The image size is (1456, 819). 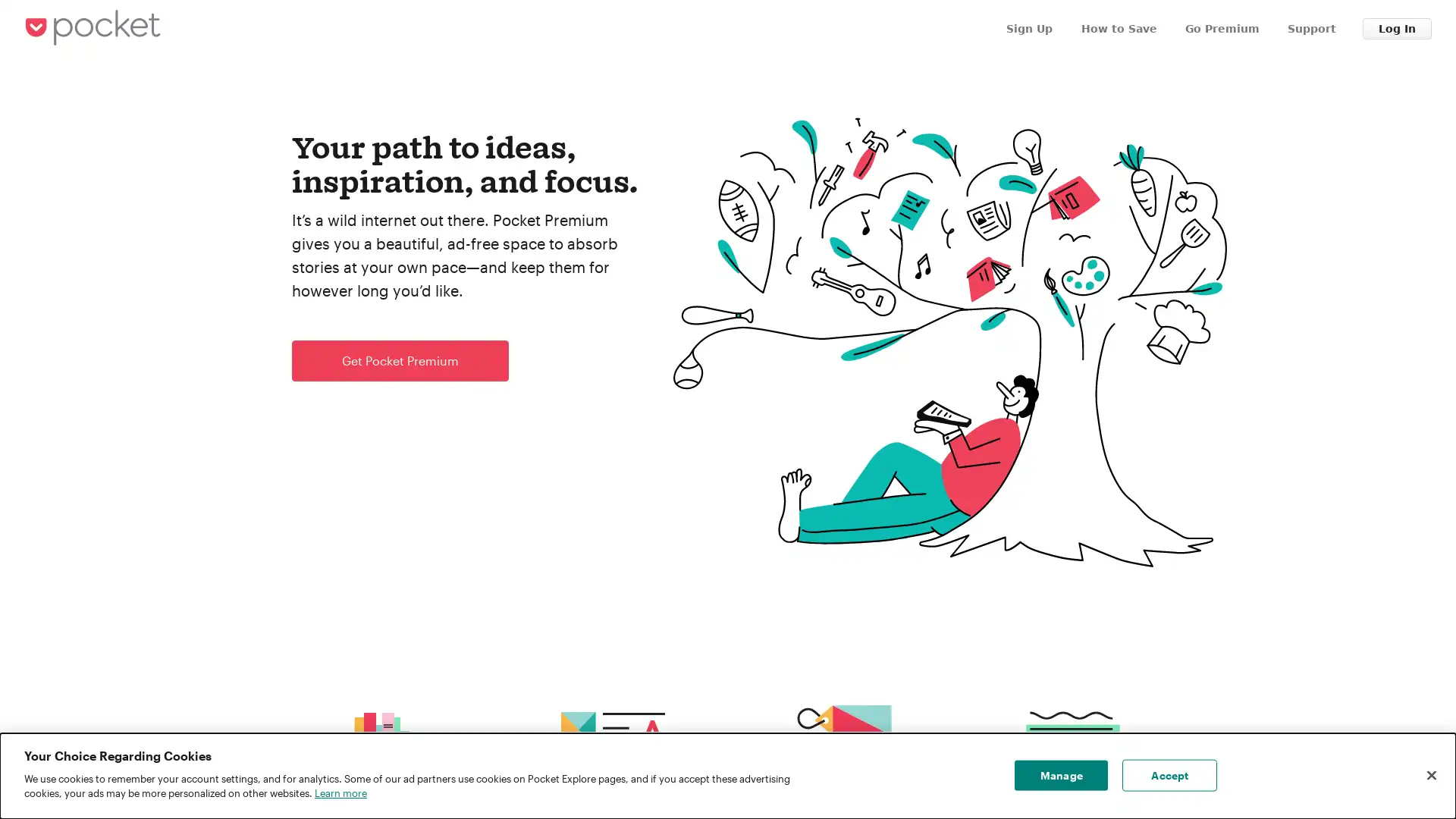 I want to click on Accept, so click(x=1169, y=775).